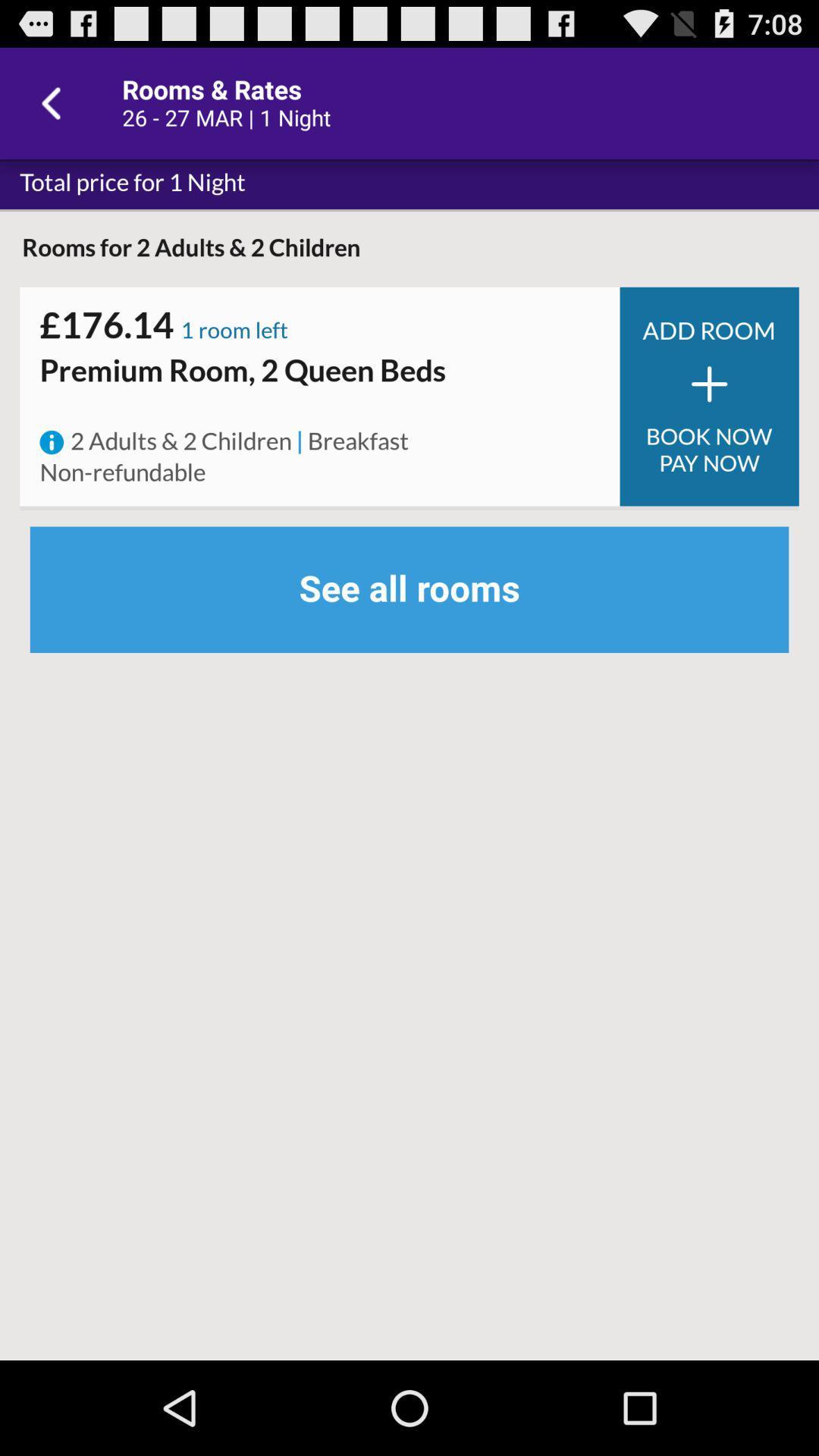 This screenshot has height=1456, width=819. What do you see at coordinates (709, 449) in the screenshot?
I see `the item above the see all rooms icon` at bounding box center [709, 449].